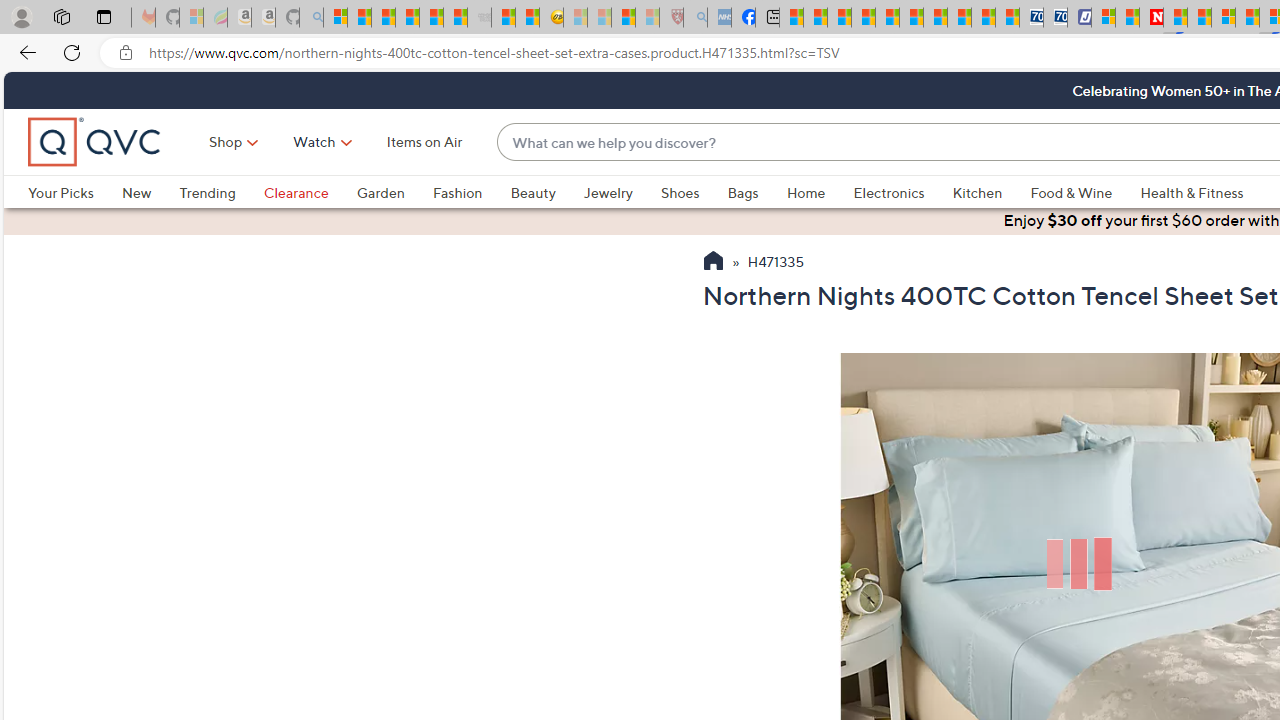 The image size is (1280, 720). Describe the element at coordinates (532, 192) in the screenshot. I see `'Beauty'` at that location.